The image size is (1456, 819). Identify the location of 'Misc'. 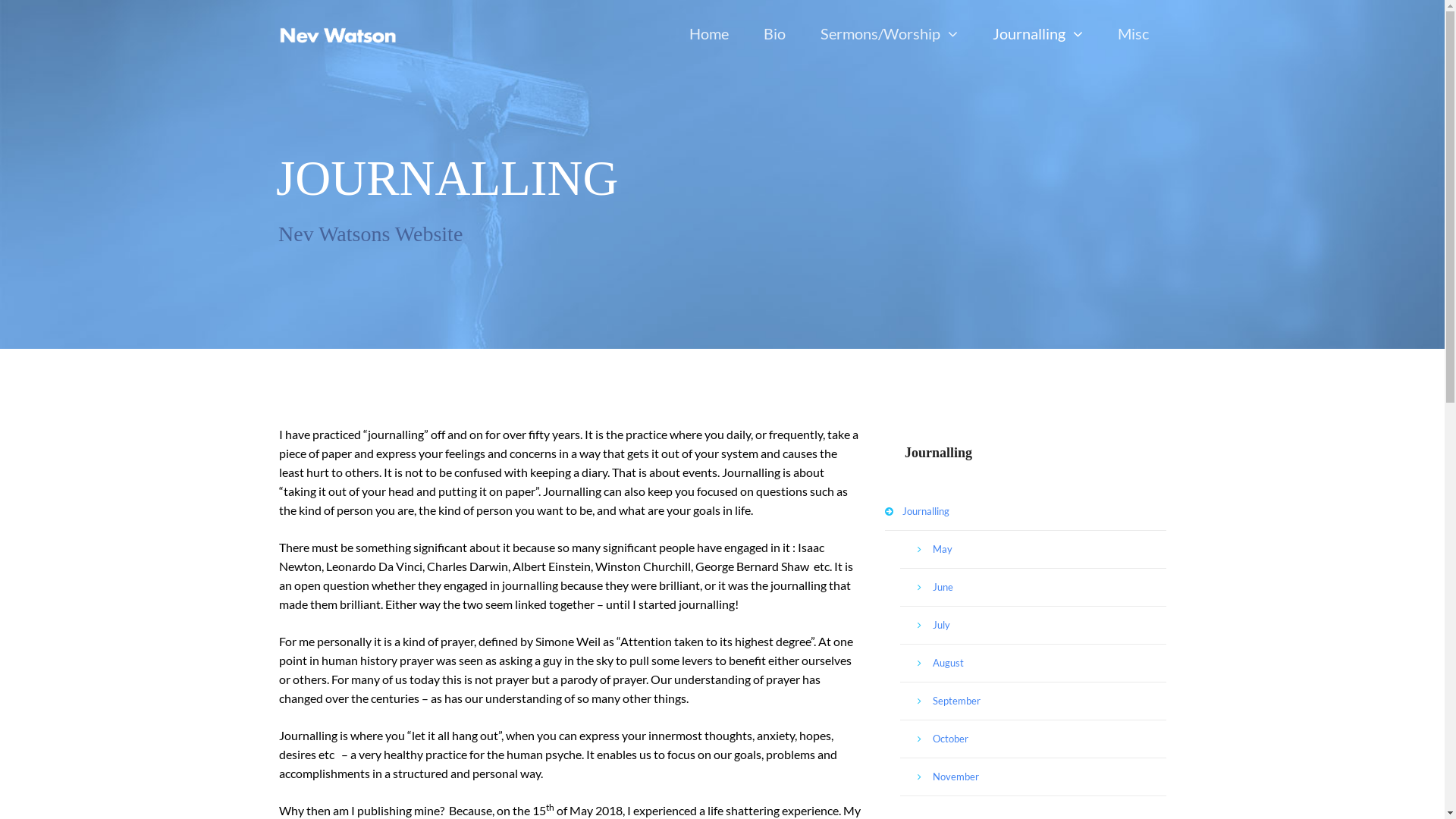
(1132, 34).